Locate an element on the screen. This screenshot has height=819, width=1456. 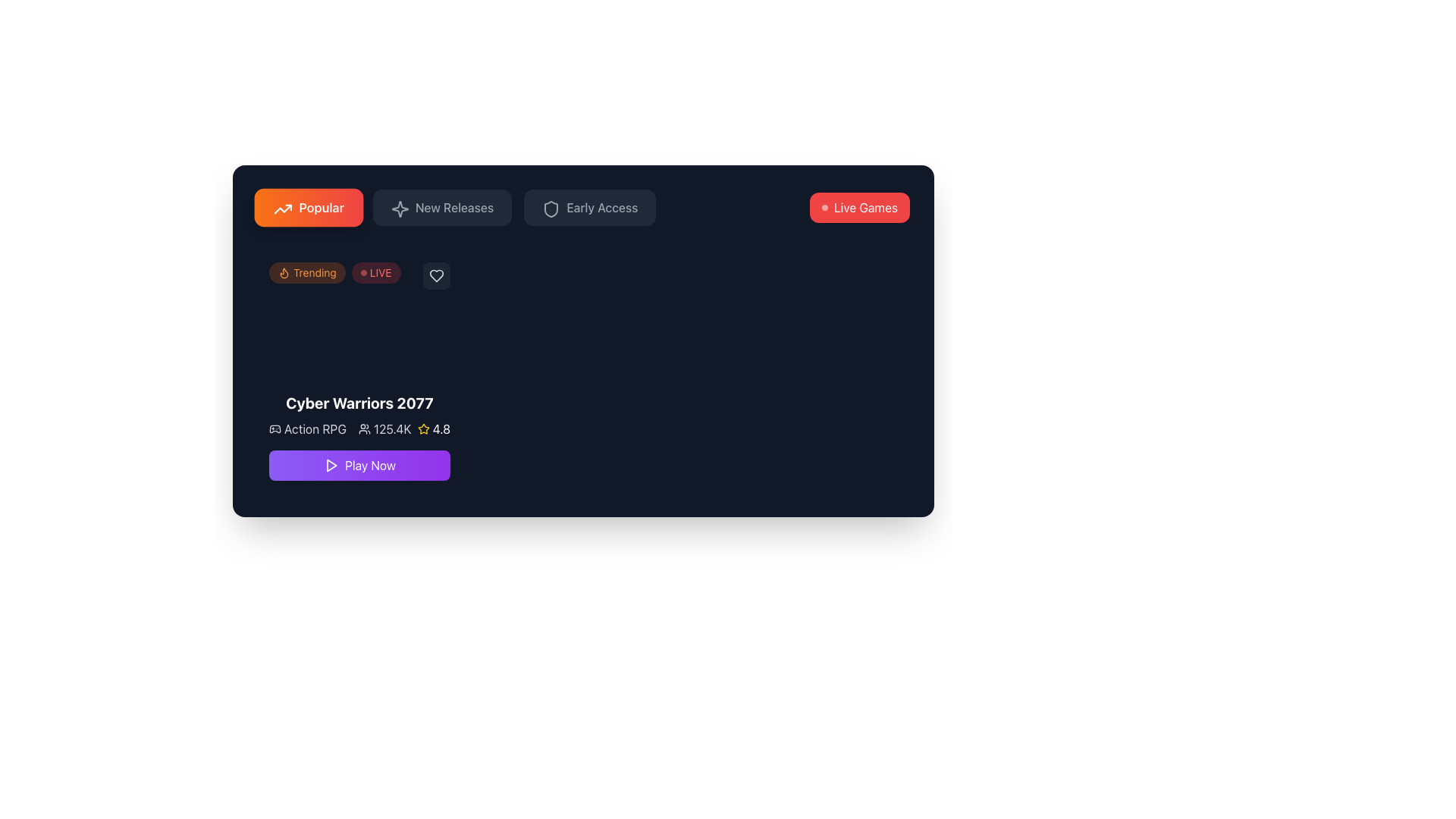
the flame-shaped icon in the horizontal menu located near the top-left of the interface is located at coordinates (284, 271).